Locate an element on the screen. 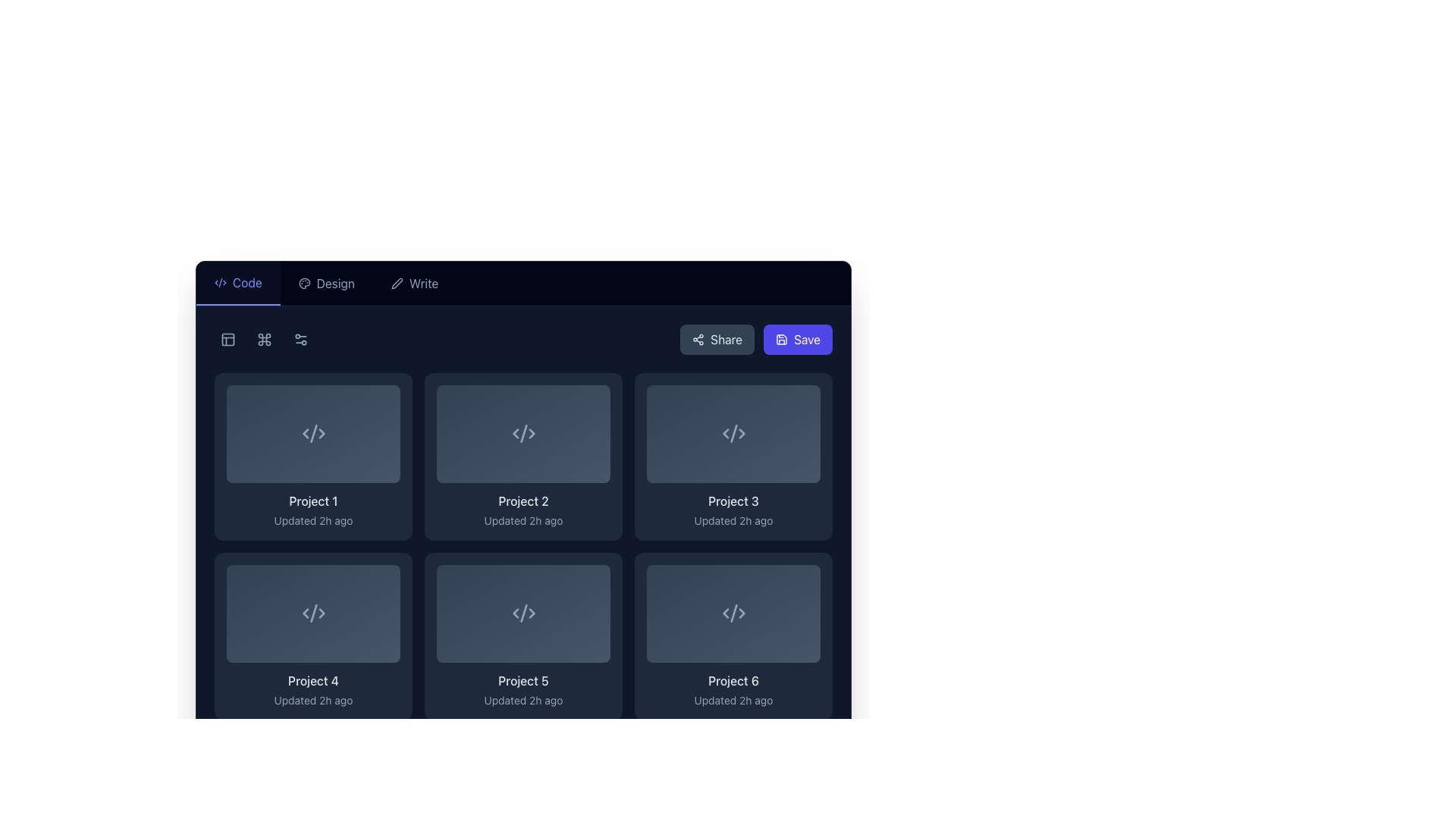  the sharing icon, which consists of three connected dots forming a triangular shape, located to the left of the 'Share' text label in the upper-right section of the interface is located at coordinates (698, 338).